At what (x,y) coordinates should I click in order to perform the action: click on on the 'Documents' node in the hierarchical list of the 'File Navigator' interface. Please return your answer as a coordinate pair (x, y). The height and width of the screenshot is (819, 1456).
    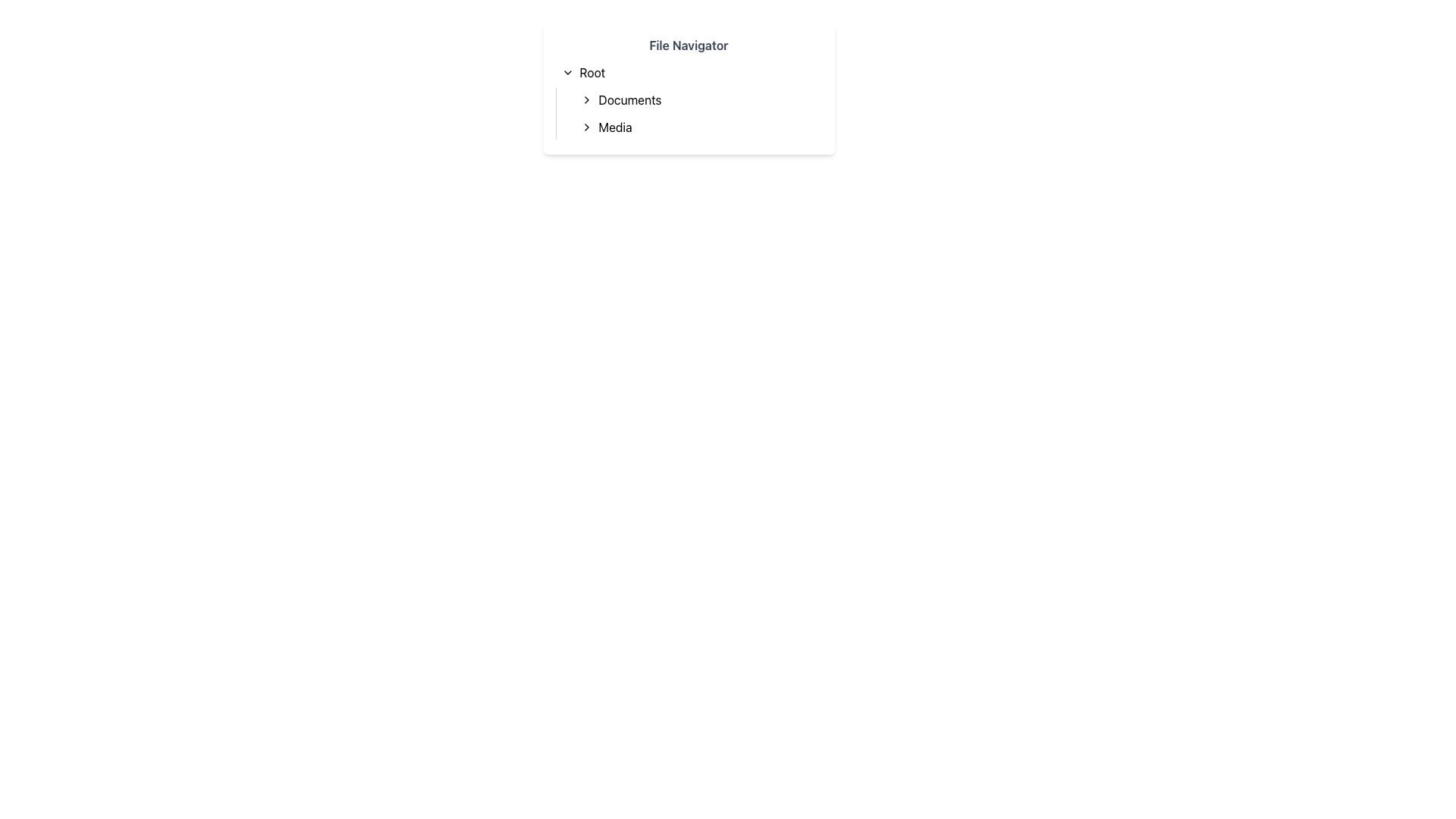
    Looking at the image, I should click on (688, 99).